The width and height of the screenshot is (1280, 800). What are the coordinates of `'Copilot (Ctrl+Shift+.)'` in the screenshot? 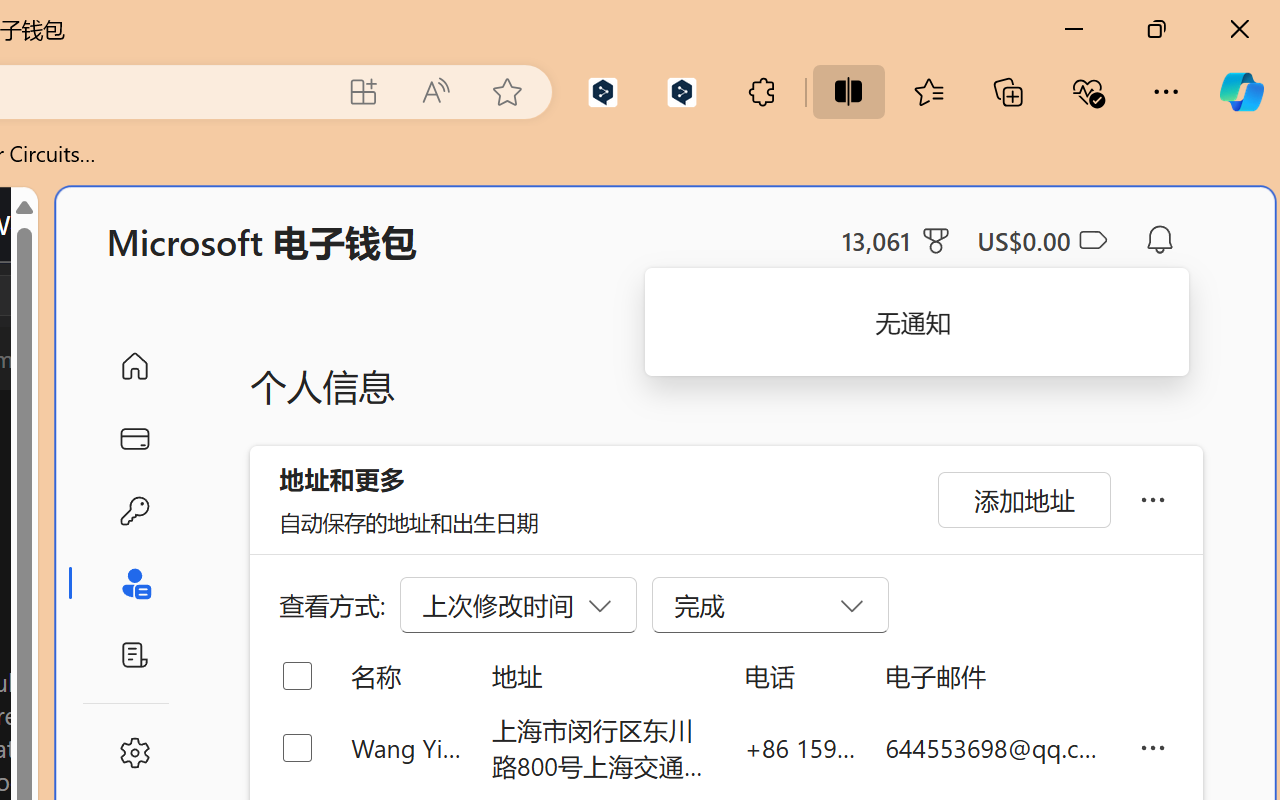 It's located at (1240, 91).